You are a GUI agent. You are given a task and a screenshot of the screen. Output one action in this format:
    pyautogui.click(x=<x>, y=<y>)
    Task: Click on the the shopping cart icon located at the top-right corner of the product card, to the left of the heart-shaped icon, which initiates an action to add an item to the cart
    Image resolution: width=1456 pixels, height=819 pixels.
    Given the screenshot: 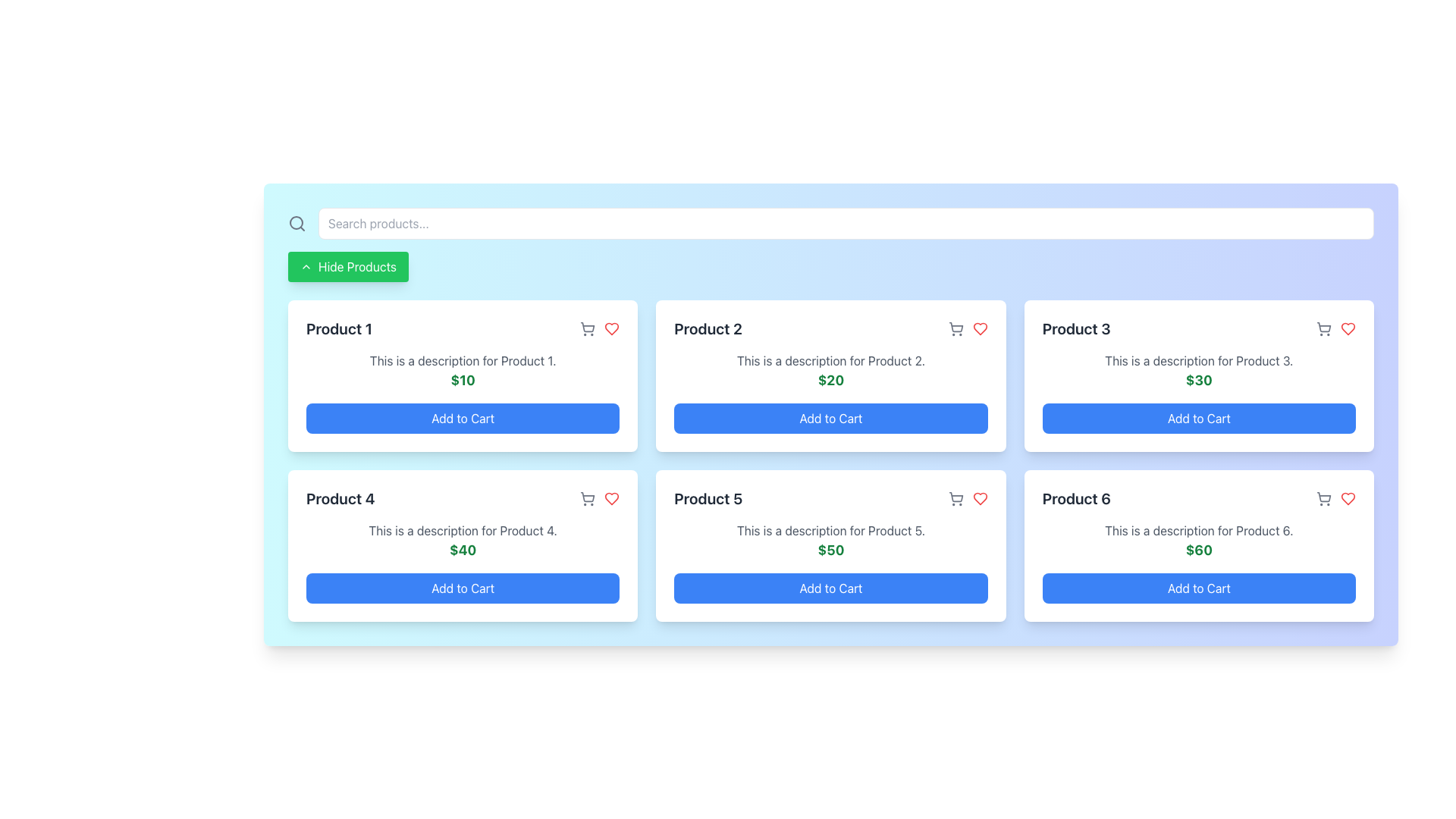 What is the action you would take?
    pyautogui.click(x=587, y=328)
    